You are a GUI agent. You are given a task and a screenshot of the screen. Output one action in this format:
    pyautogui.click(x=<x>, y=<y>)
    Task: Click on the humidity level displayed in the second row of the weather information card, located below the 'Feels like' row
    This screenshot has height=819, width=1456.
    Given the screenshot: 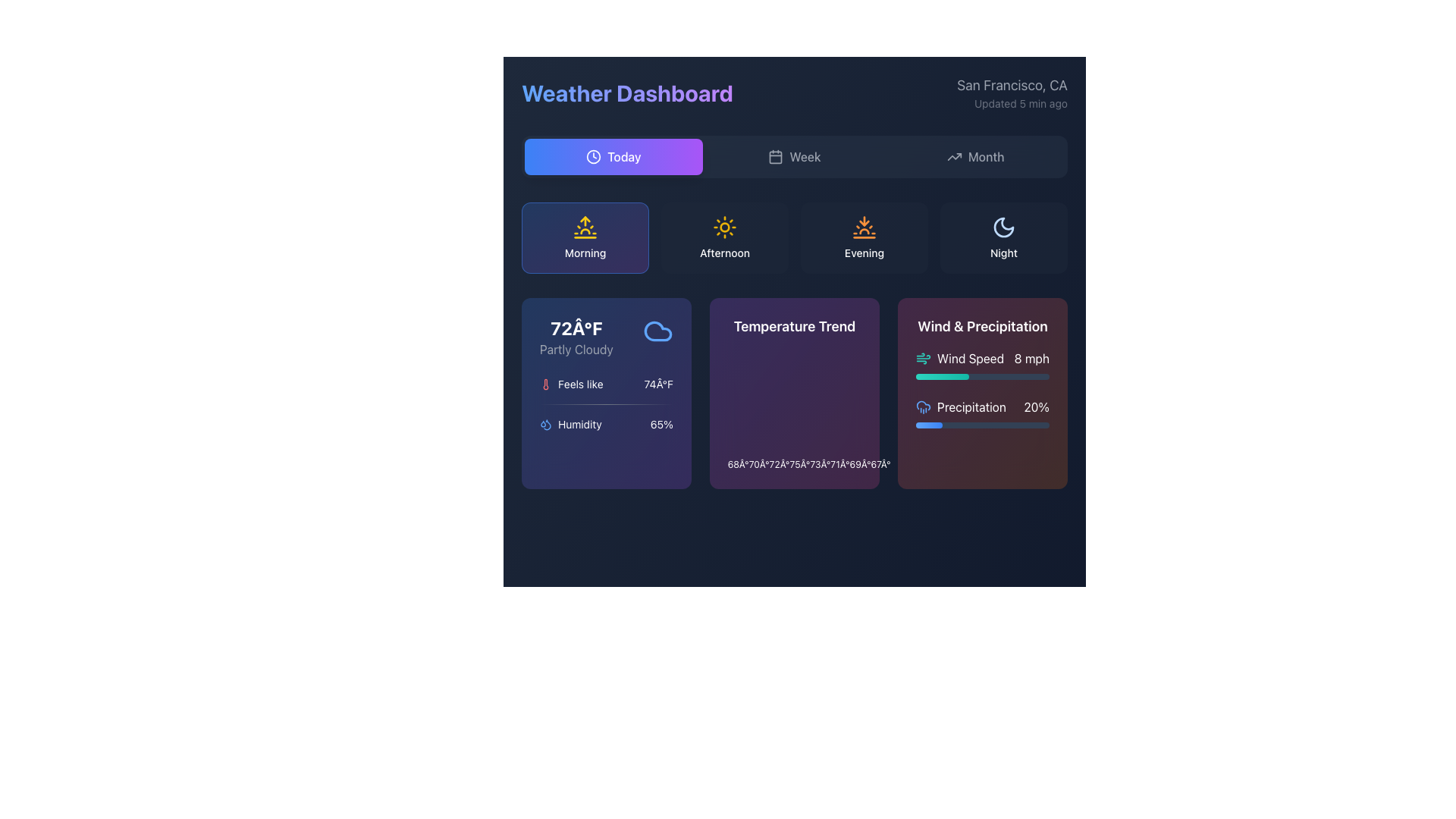 What is the action you would take?
    pyautogui.click(x=607, y=424)
    